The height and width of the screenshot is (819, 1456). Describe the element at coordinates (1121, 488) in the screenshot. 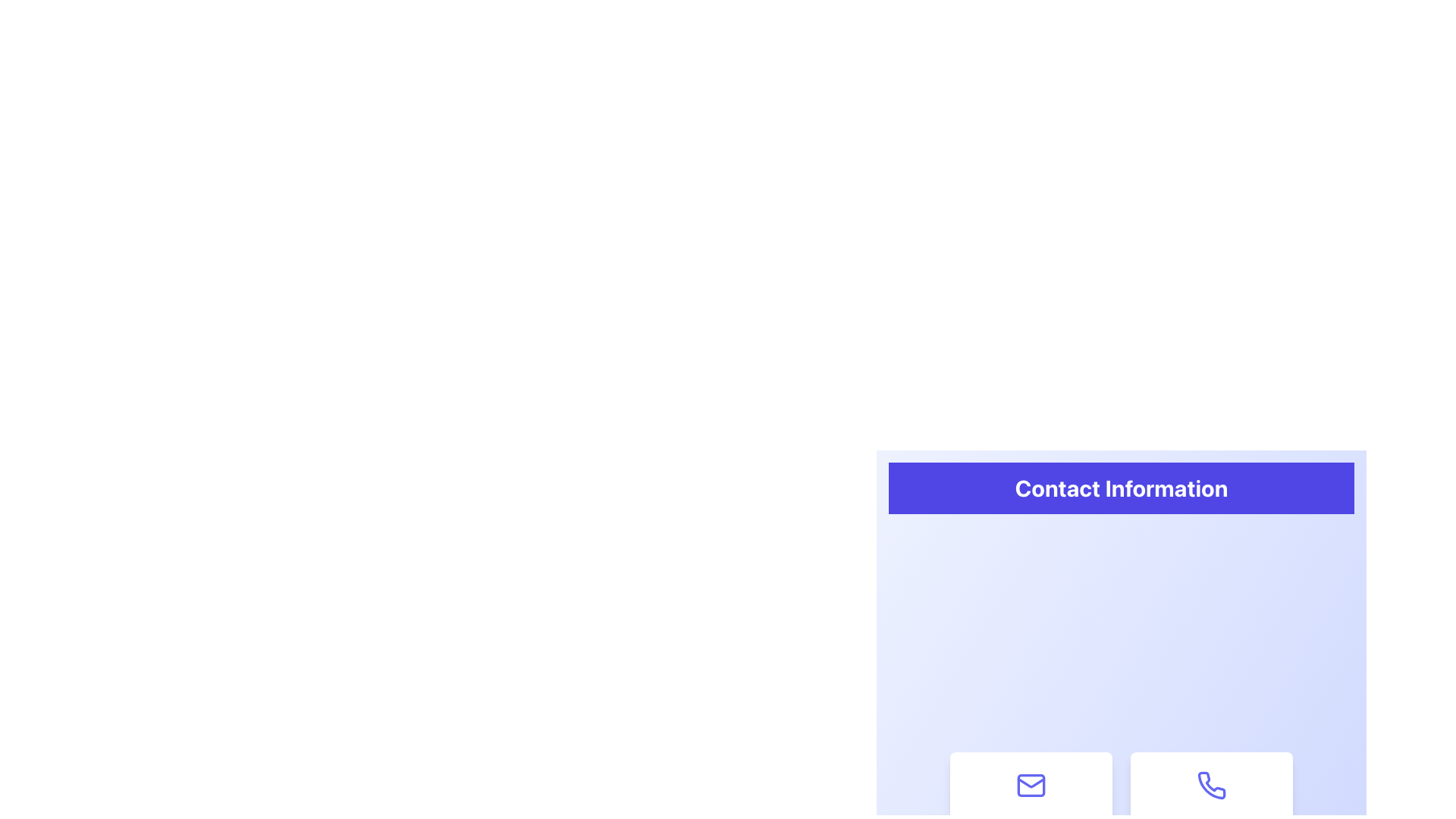

I see `the text label that serves as a title or heading for the section, centrally positioned within an indigo bar at the top of the card` at that location.